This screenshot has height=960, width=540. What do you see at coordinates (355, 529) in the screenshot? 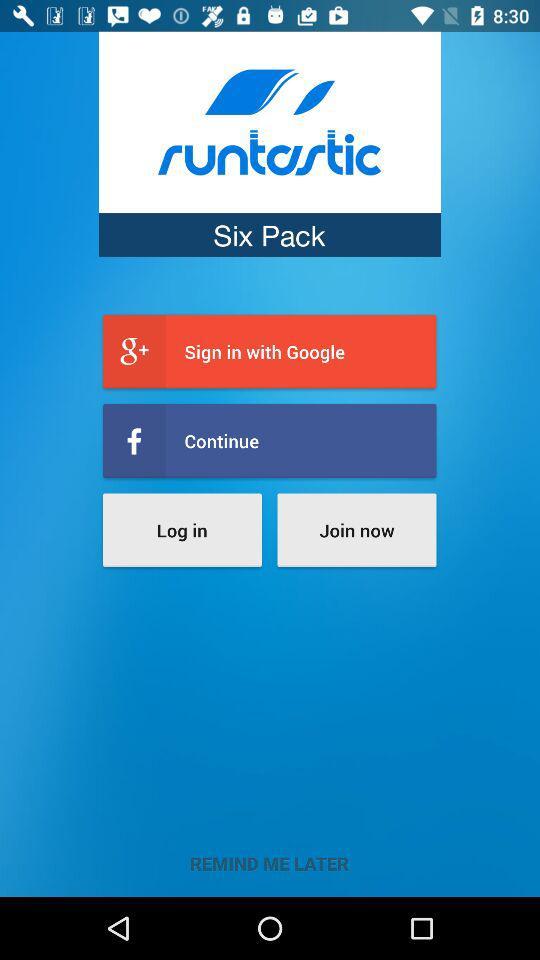
I see `the icon above the remind me later` at bounding box center [355, 529].